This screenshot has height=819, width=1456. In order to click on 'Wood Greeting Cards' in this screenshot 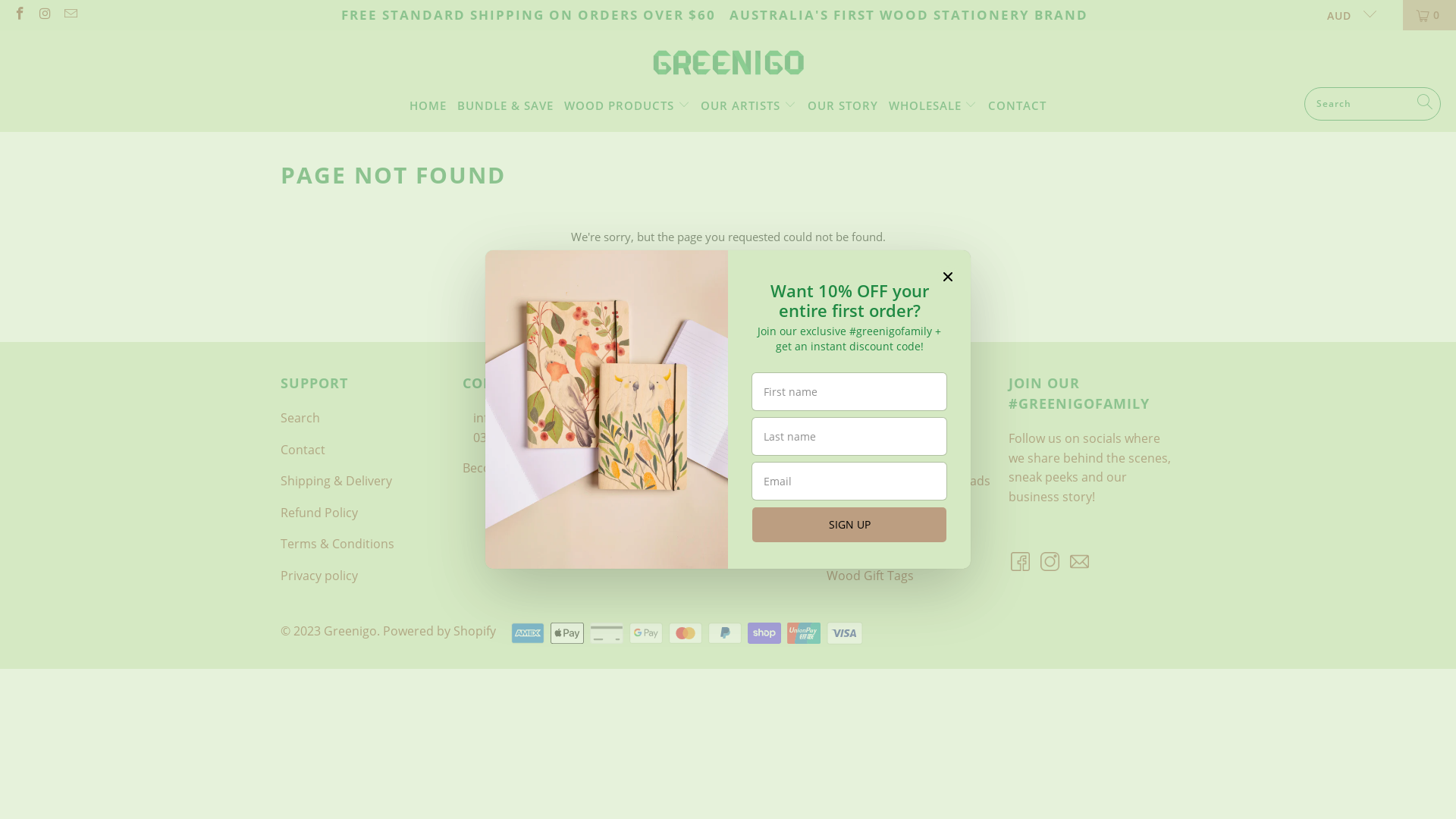, I will do `click(888, 512)`.